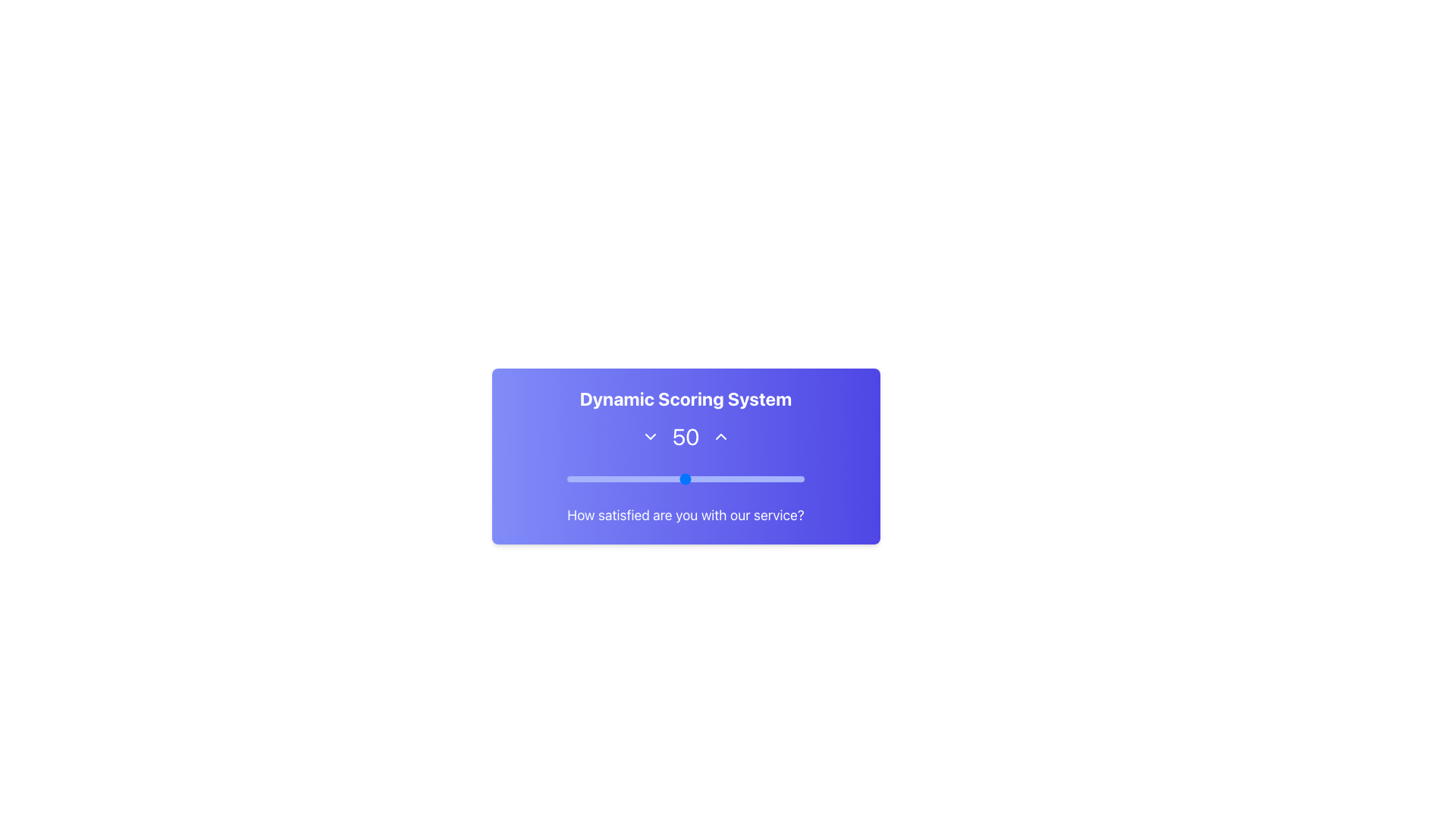 The width and height of the screenshot is (1456, 819). Describe the element at coordinates (651, 436) in the screenshot. I see `the Interactive Icon (Chevron Down) located to the left of the numeric display ('50') and above the horizontal slider` at that location.